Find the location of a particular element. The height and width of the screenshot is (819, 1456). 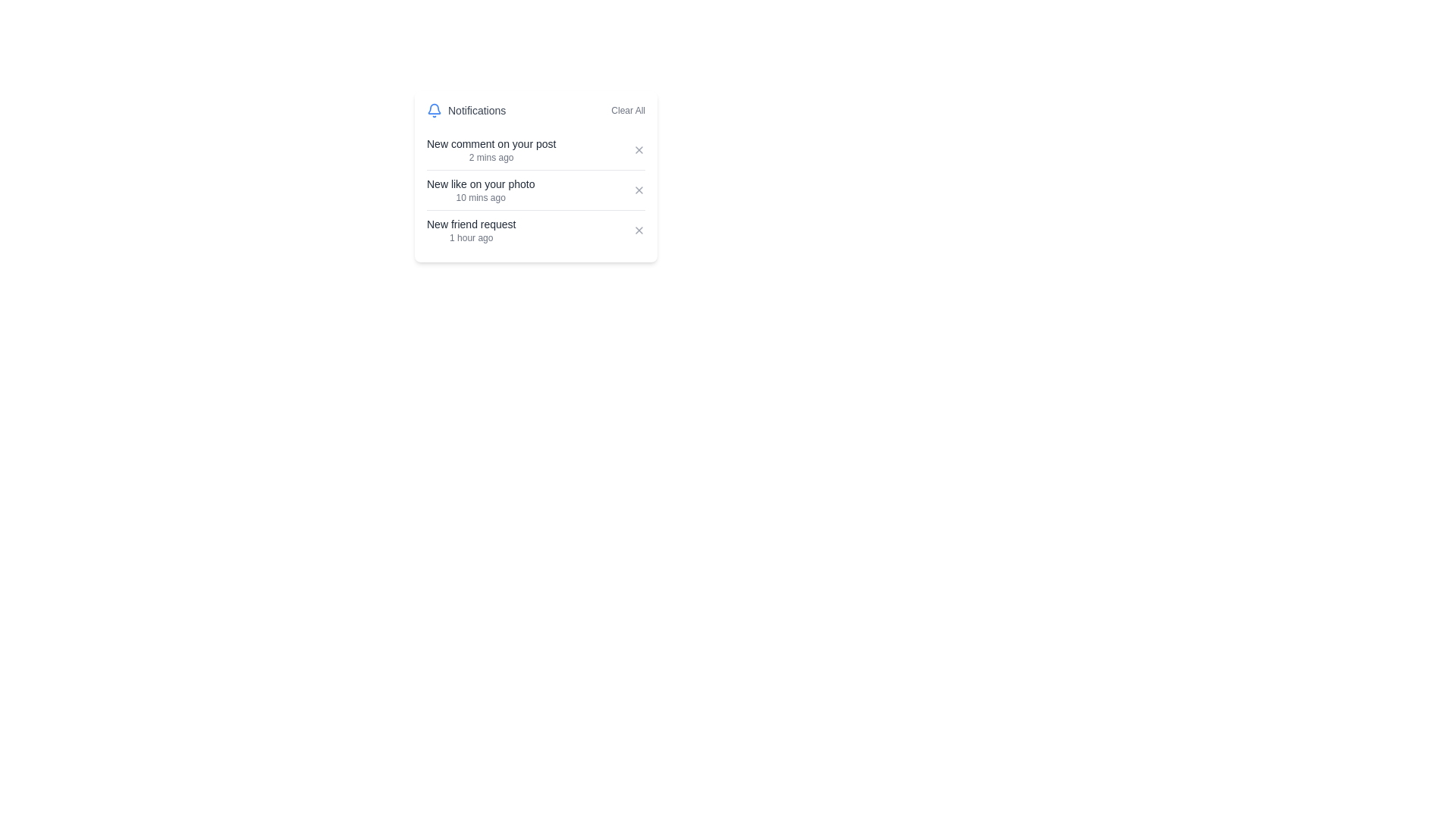

the Timestamp text that displays '10 mins ago', which is styled in a smaller gray font and located directly below the 'New like on your photo' text in the notifications list is located at coordinates (480, 197).